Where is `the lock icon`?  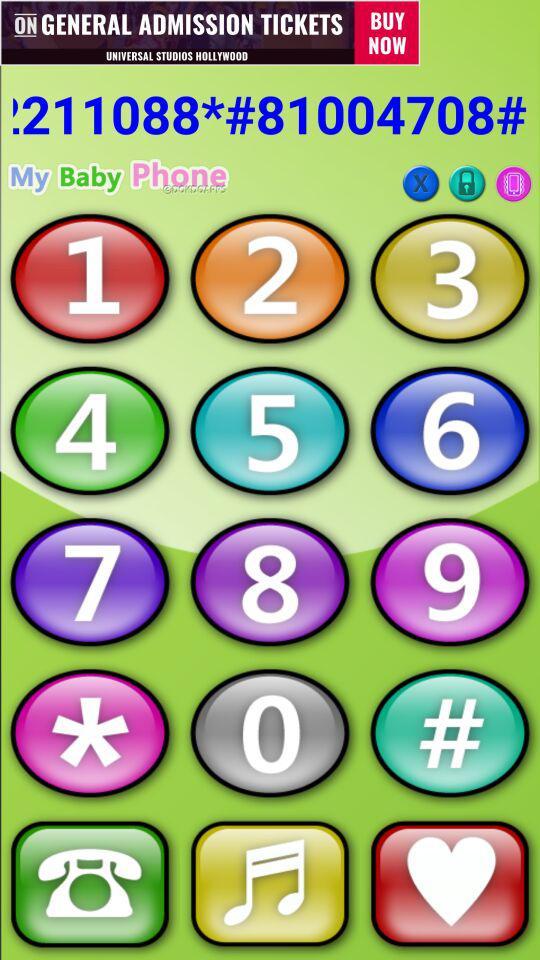
the lock icon is located at coordinates (467, 183).